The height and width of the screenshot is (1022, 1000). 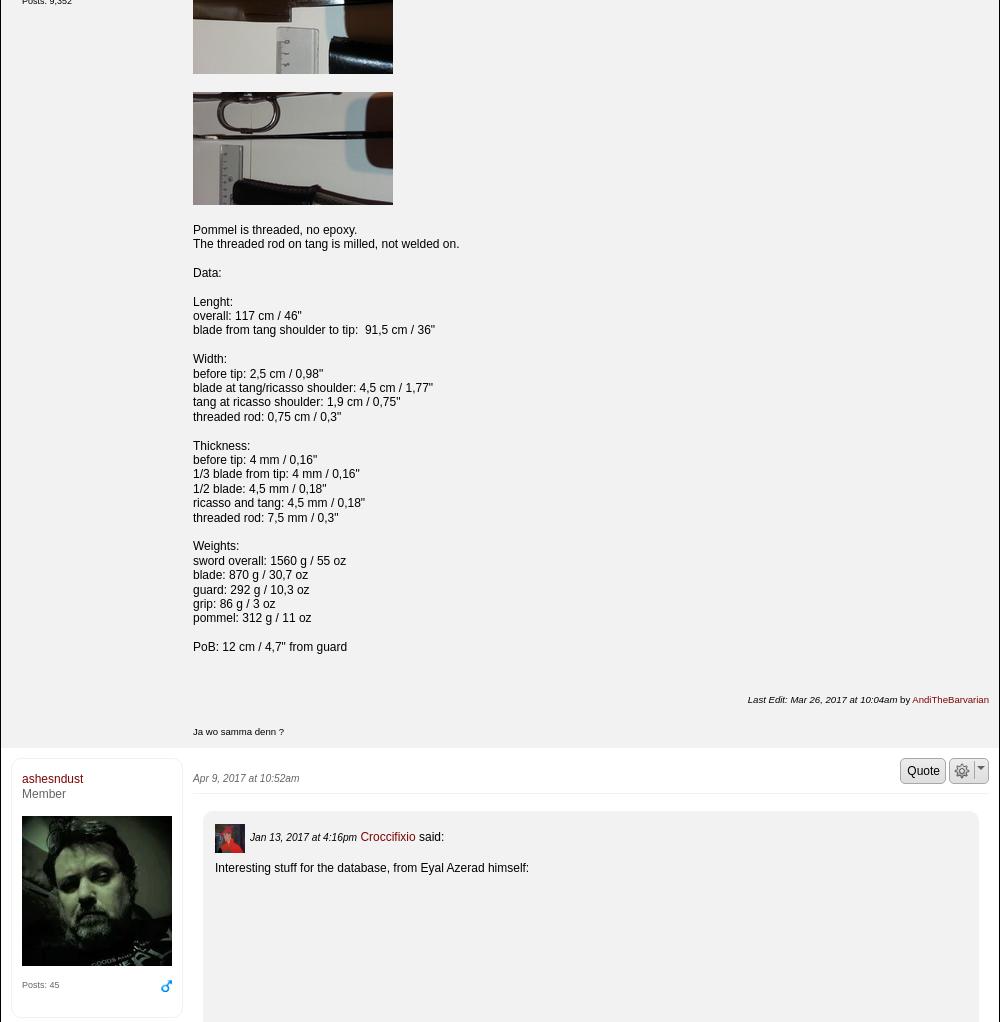 What do you see at coordinates (312, 386) in the screenshot?
I see `'blade at tang/ricasso shoulder: 4,5 cm / 1,77"'` at bounding box center [312, 386].